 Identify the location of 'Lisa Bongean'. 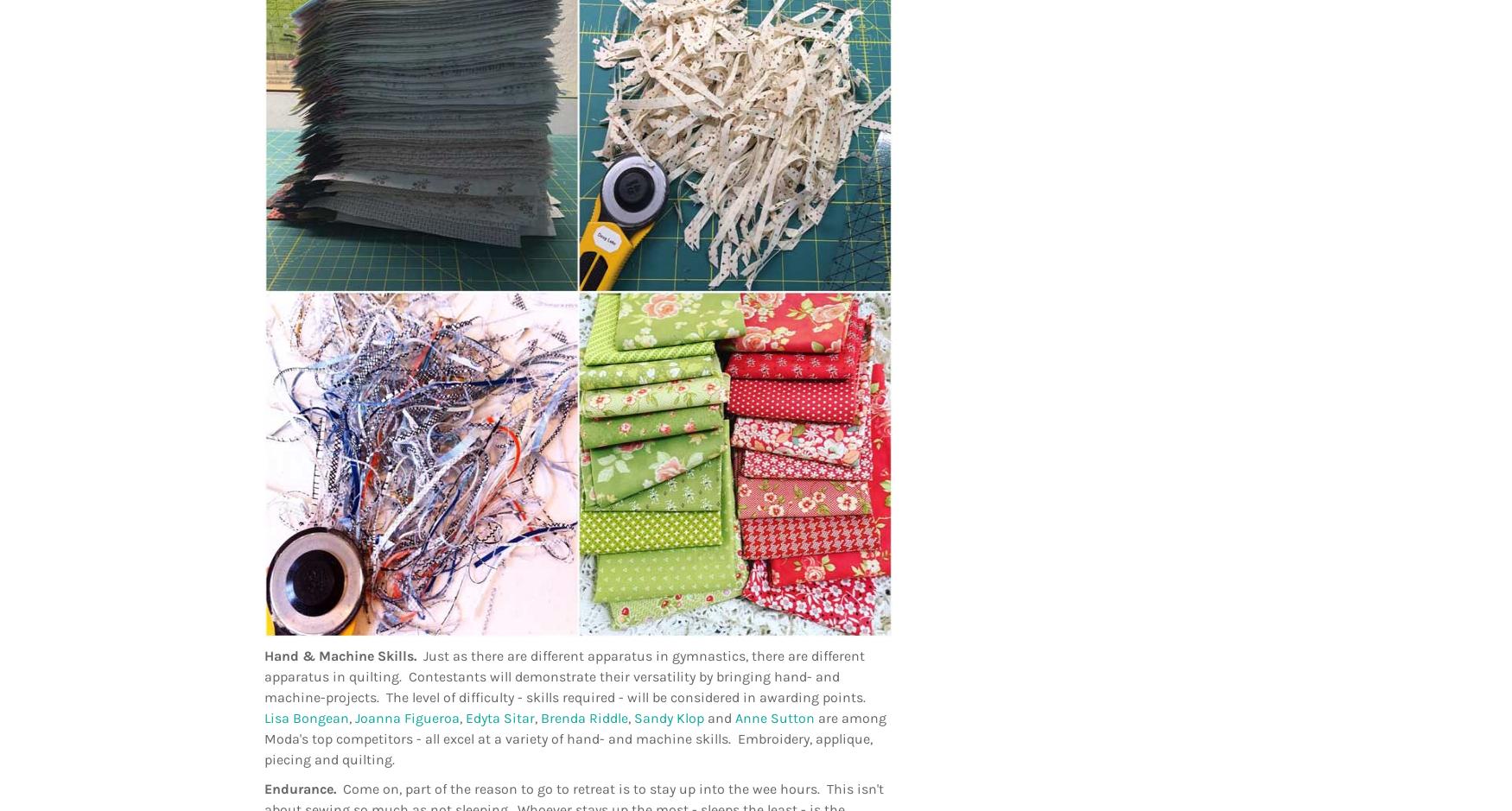
(307, 718).